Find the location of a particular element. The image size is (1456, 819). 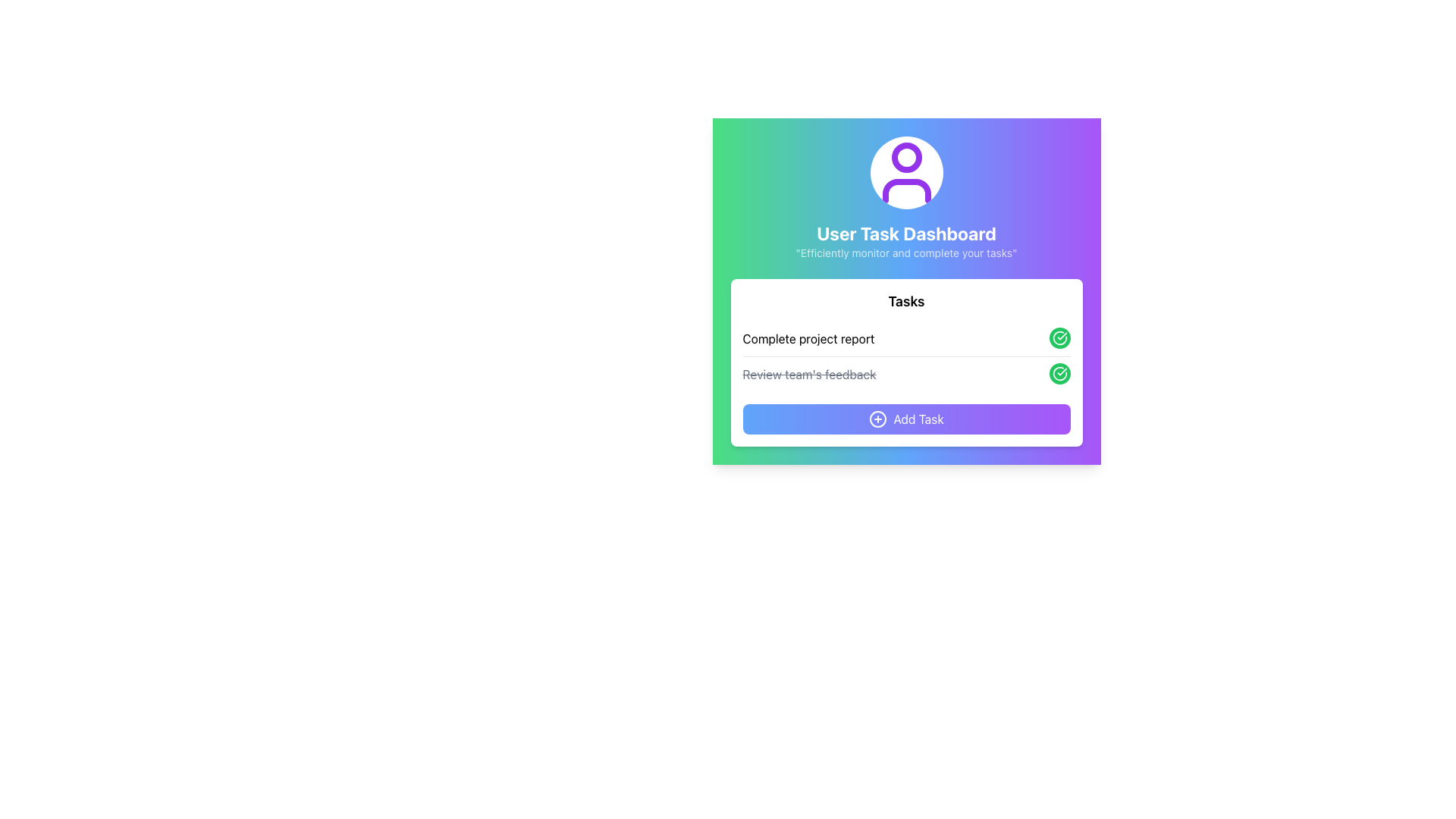

the text label that represents the name of a task, located just below the heading 'Tasks' and above the label 'Review team's feedback' is located at coordinates (808, 338).